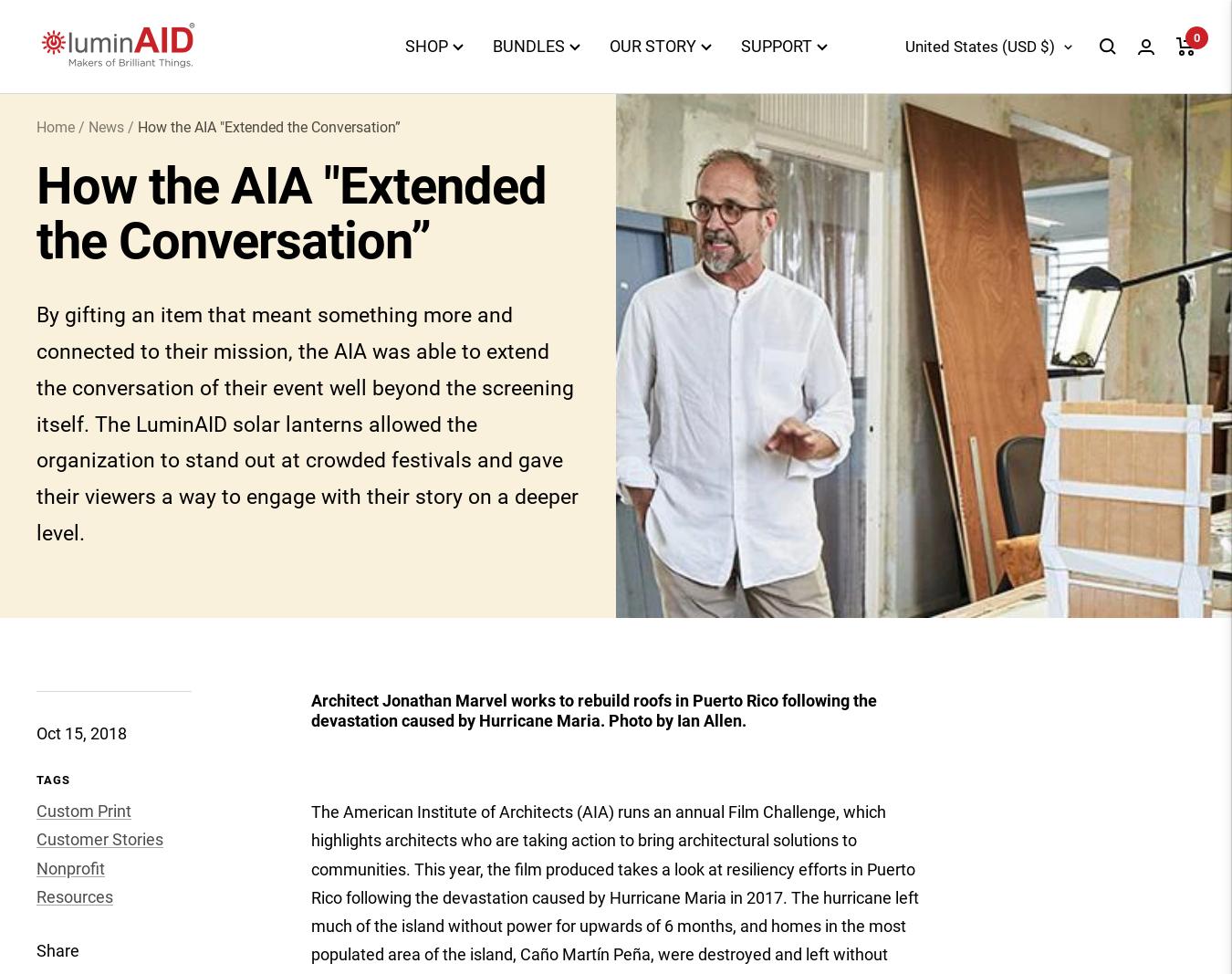 The width and height of the screenshot is (1232, 974). Describe the element at coordinates (424, 45) in the screenshot. I see `'SHOP'` at that location.